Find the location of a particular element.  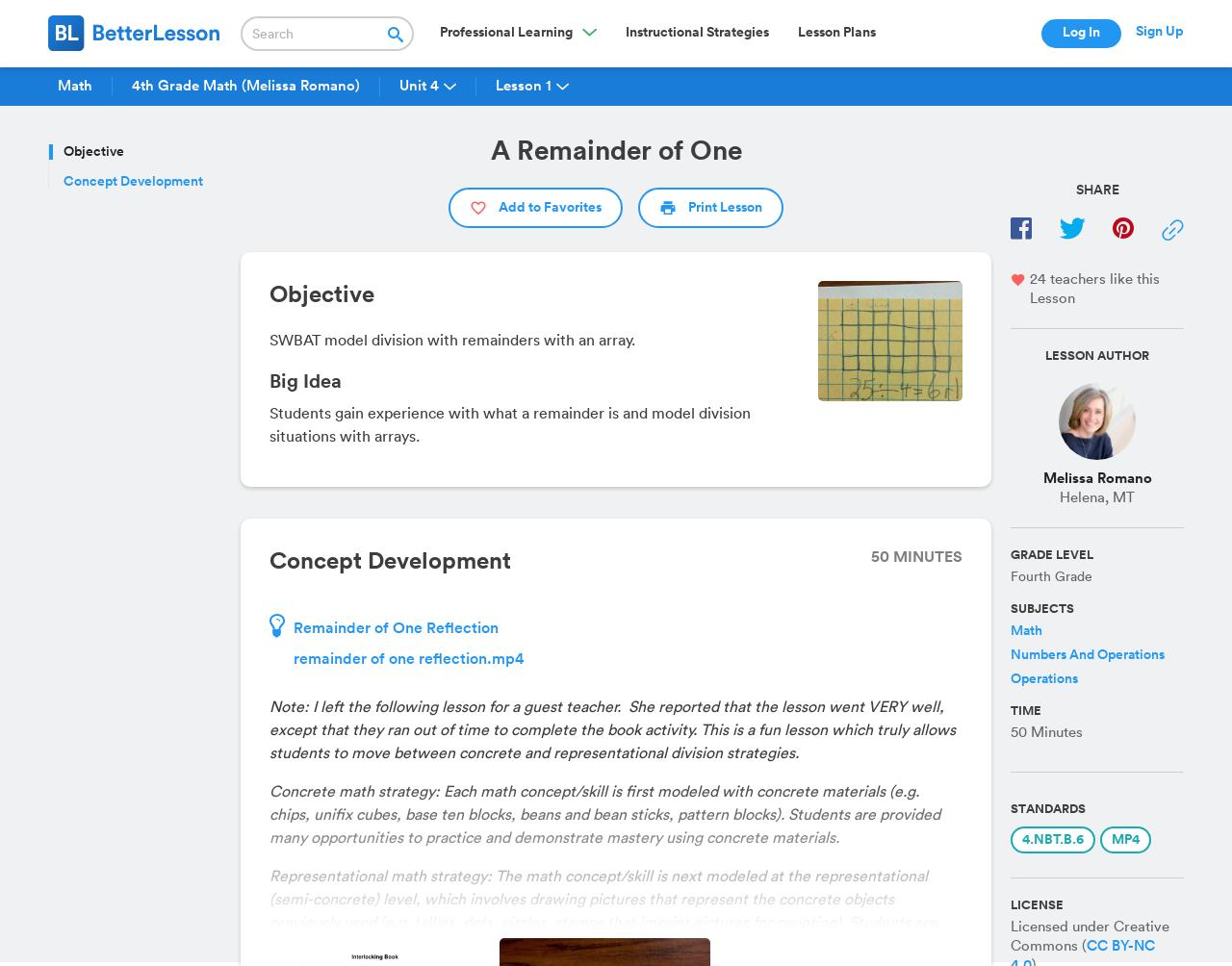

'Numbers and Operations' is located at coordinates (1087, 654).